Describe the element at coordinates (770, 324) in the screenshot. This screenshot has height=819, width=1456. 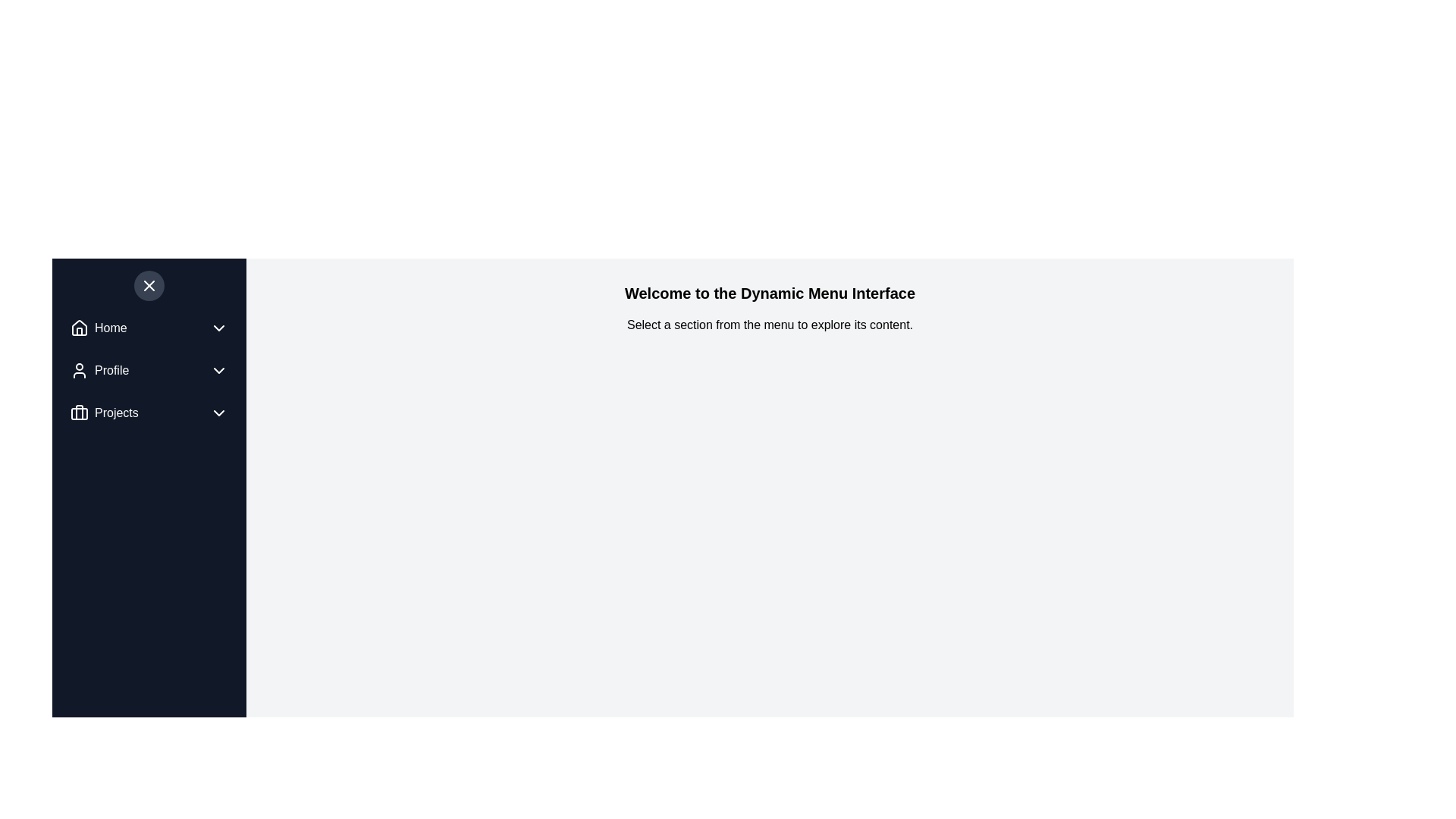
I see `the static text element displaying the message 'Select a section from the menu` at that location.